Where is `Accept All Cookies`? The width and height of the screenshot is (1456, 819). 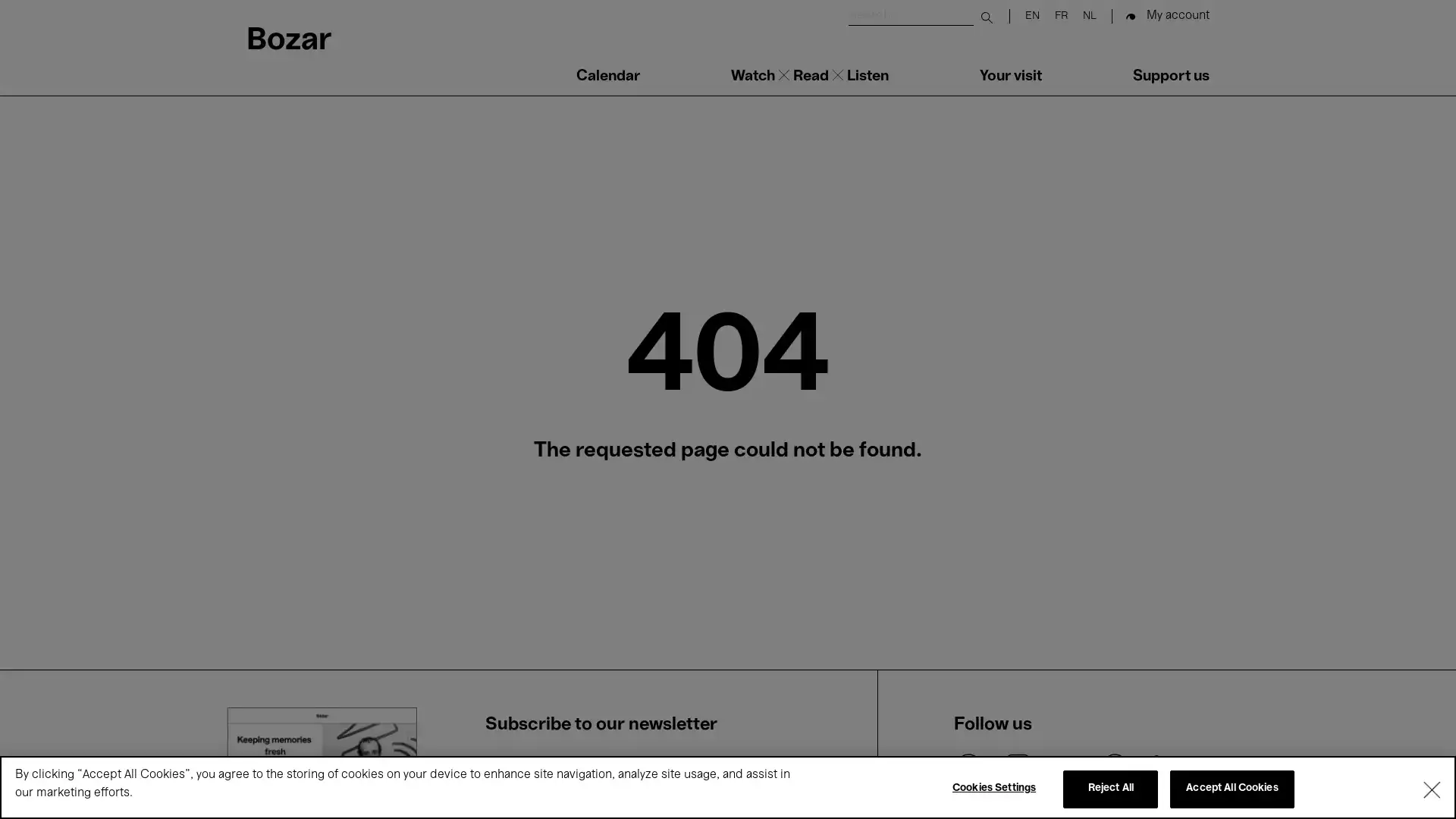 Accept All Cookies is located at coordinates (1232, 788).